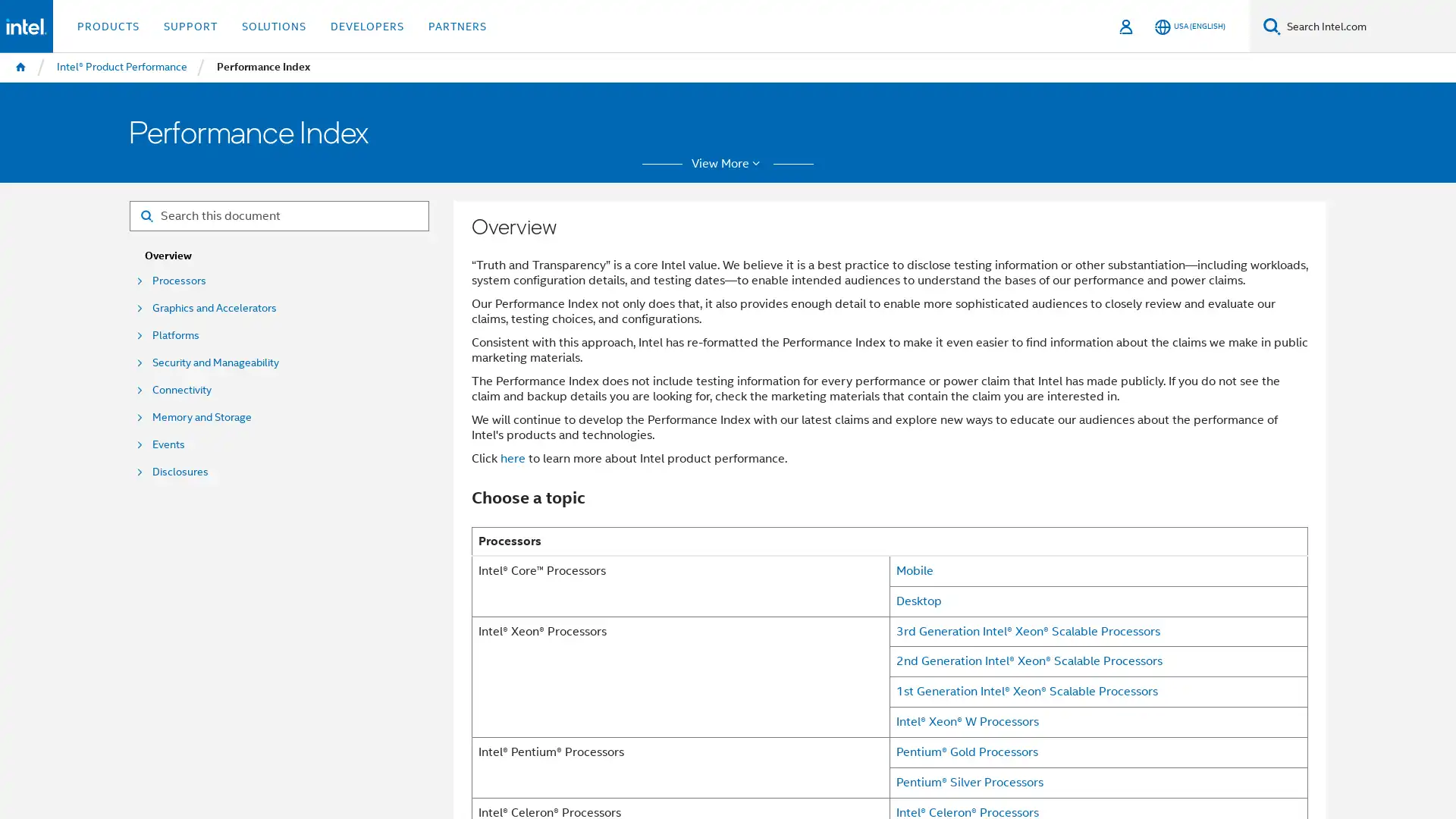  Describe the element at coordinates (1188, 26) in the screenshot. I see `USA (English)` at that location.